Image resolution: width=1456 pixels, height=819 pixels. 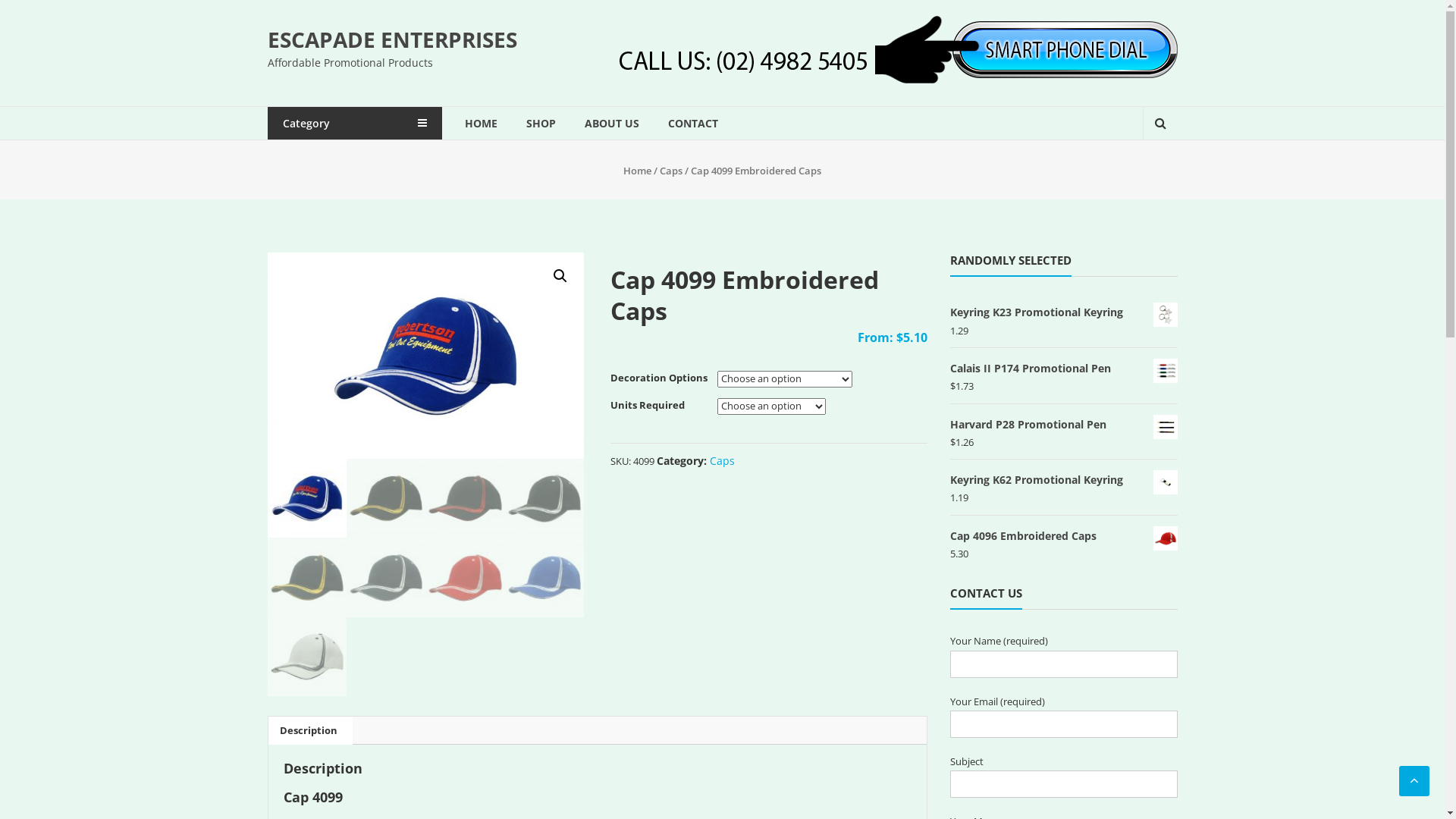 What do you see at coordinates (479, 122) in the screenshot?
I see `'HOME'` at bounding box center [479, 122].